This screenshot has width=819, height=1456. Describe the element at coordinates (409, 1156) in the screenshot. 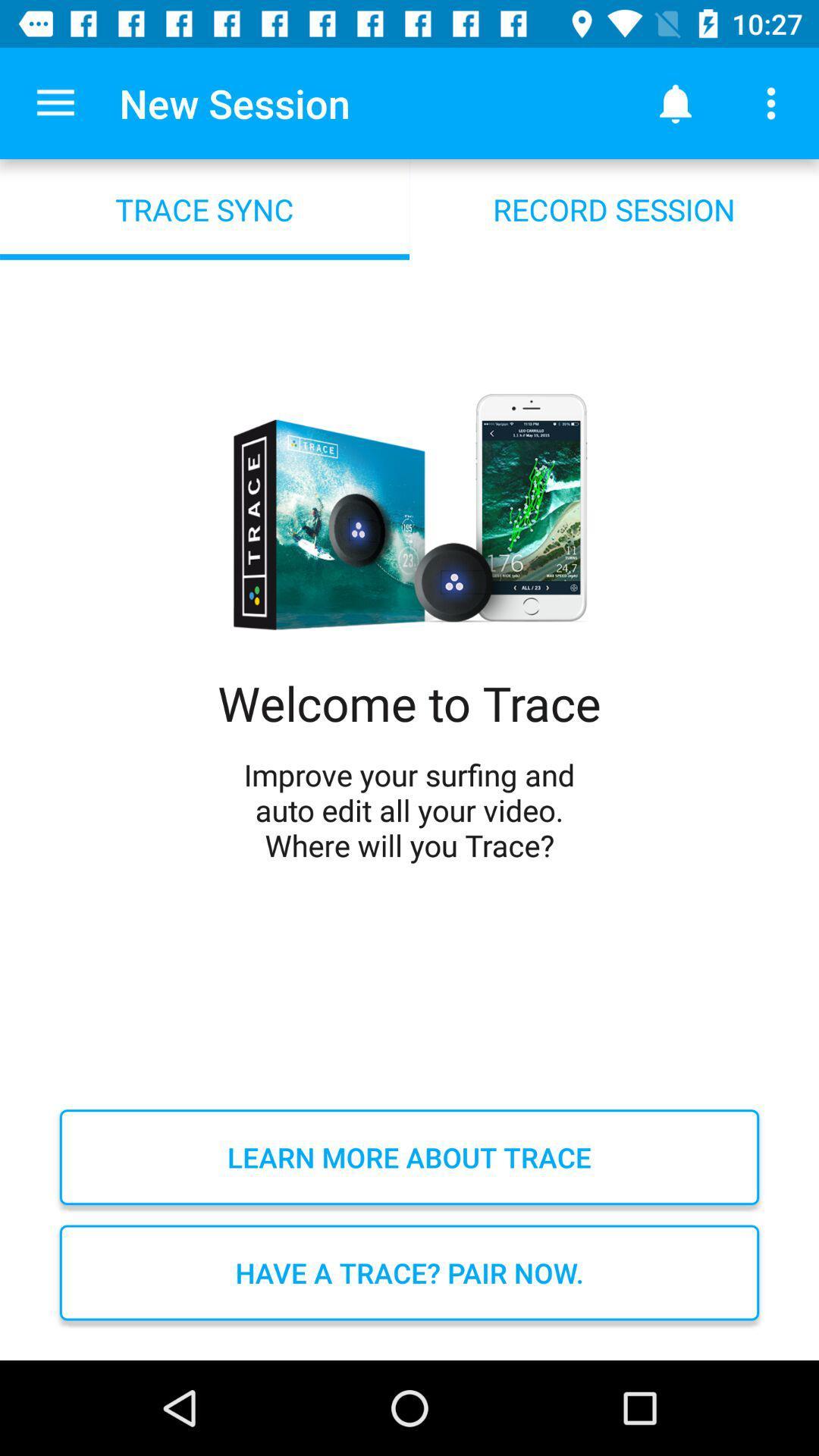

I see `the learn more about icon` at that location.